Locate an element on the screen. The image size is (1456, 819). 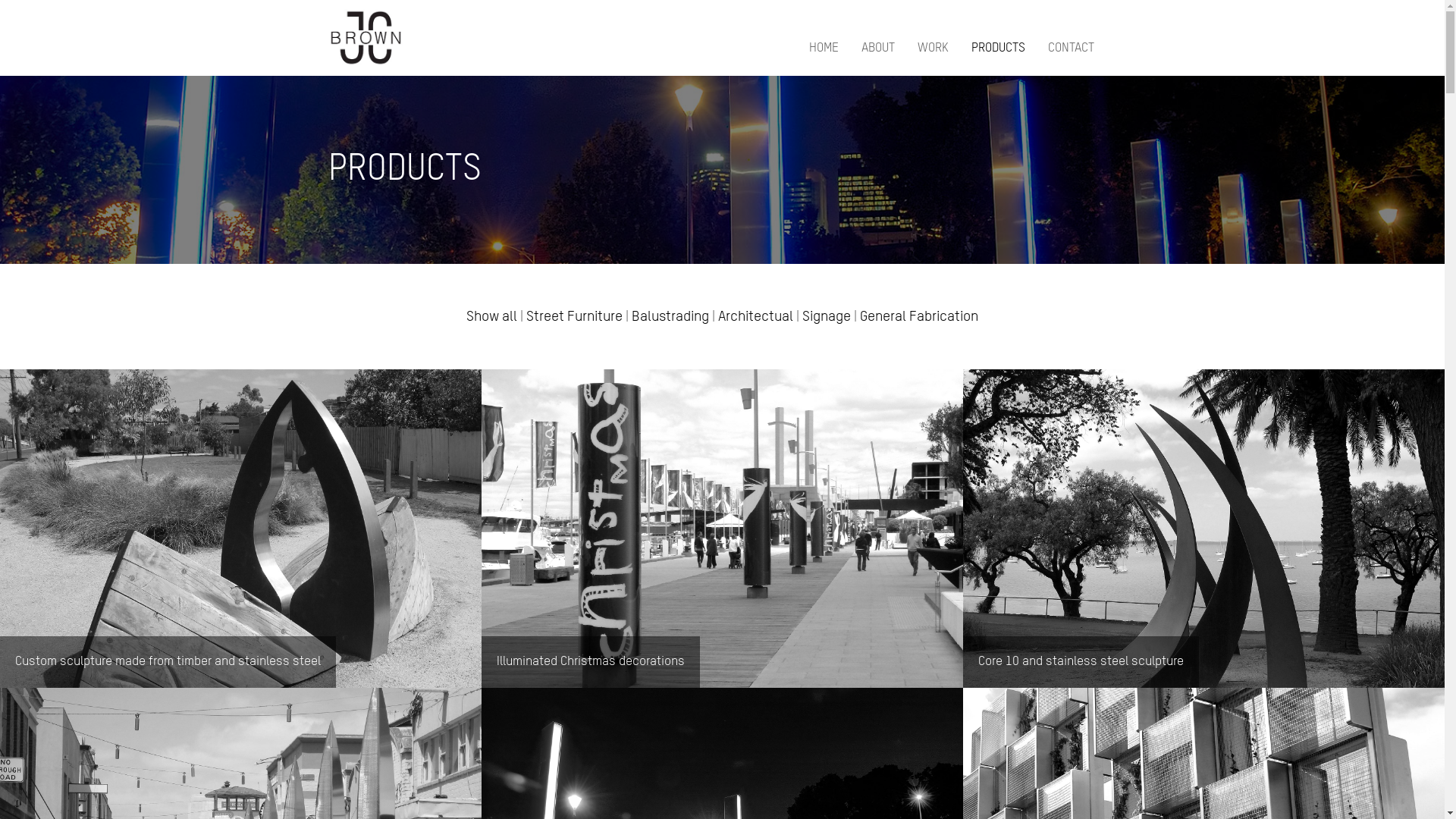
'JC Brown' is located at coordinates (327, 36).